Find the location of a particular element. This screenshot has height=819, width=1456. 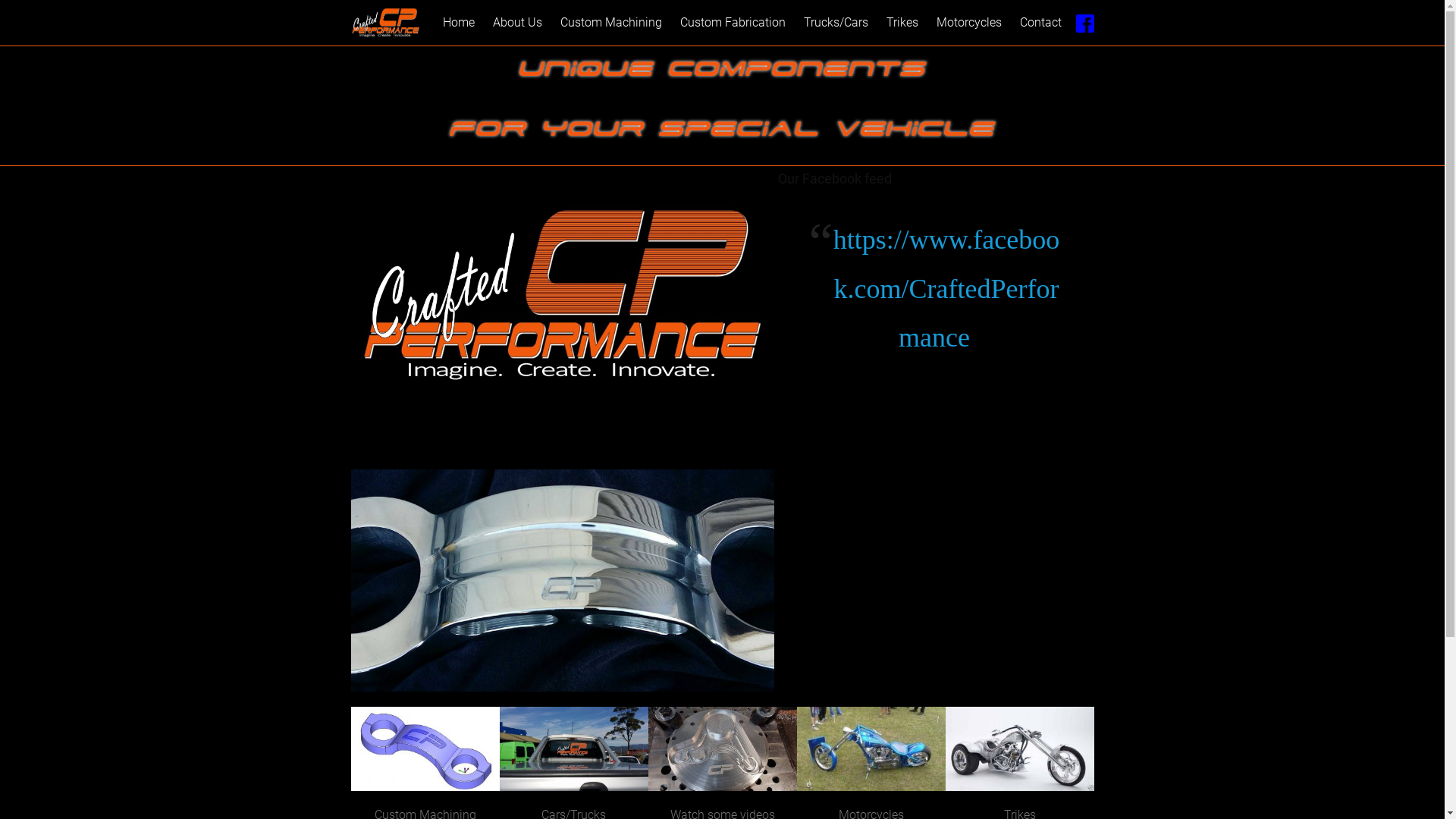

'Home' is located at coordinates (457, 23).